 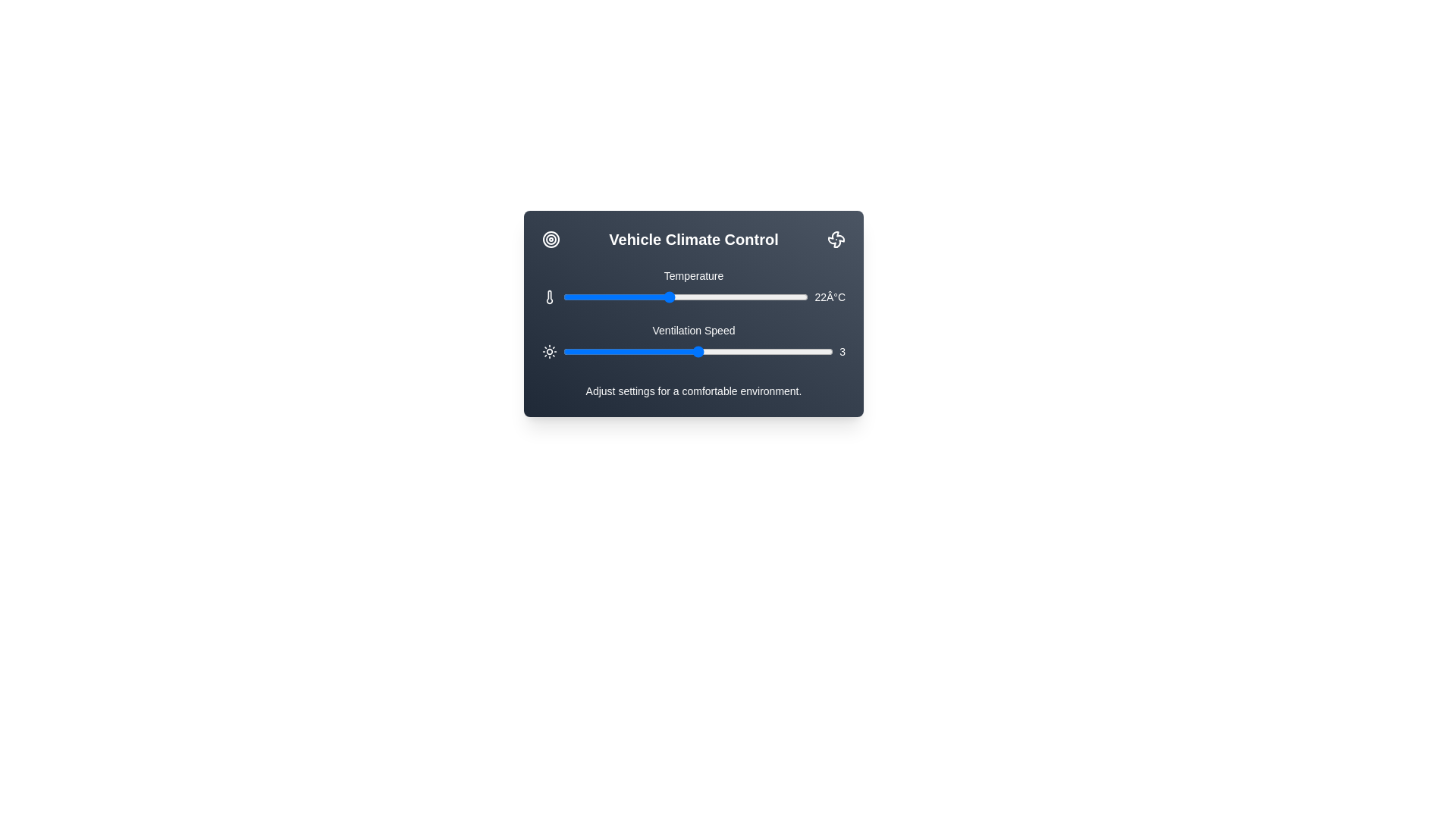 I want to click on the ventilation speed to 3 using the slider, so click(x=698, y=351).